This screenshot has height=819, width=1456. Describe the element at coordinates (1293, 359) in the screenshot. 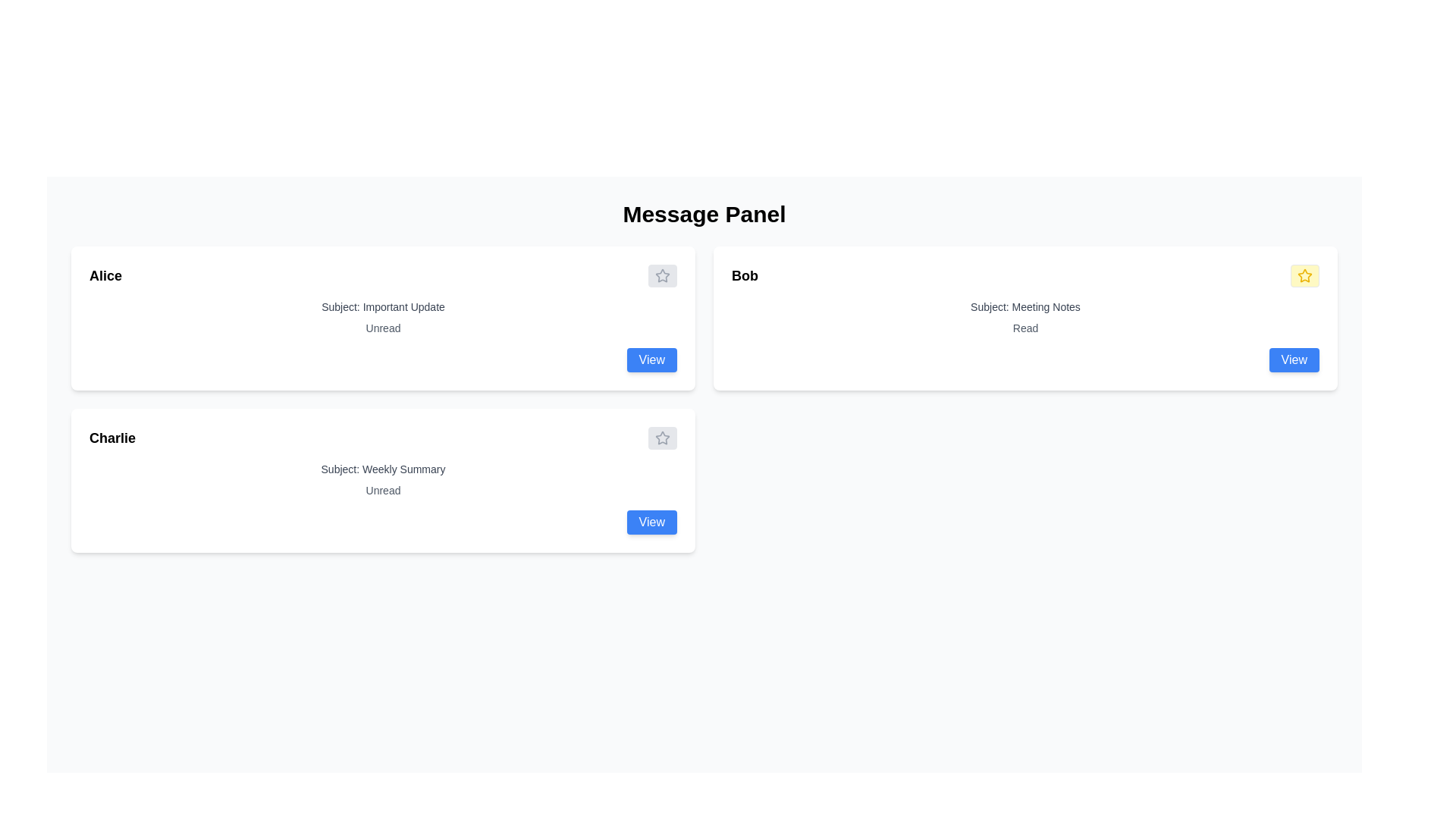

I see `the 'View' button located in the bottom-right corner of the card for 'Bob', which displays 'Meeting Notes' and the status 'Read', to observe any hover effect` at that location.